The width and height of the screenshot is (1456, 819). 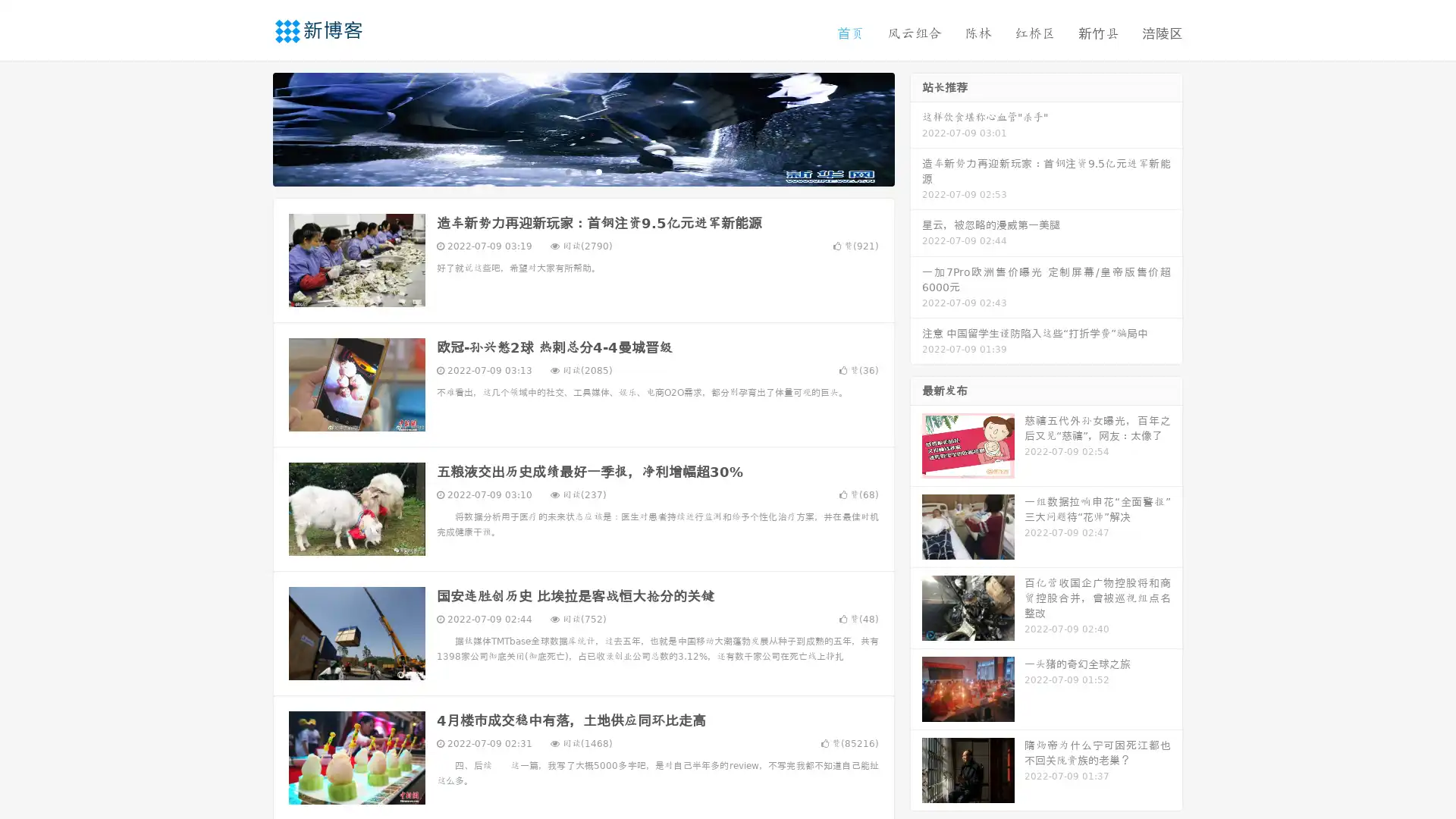 What do you see at coordinates (916, 127) in the screenshot?
I see `Next slide` at bounding box center [916, 127].